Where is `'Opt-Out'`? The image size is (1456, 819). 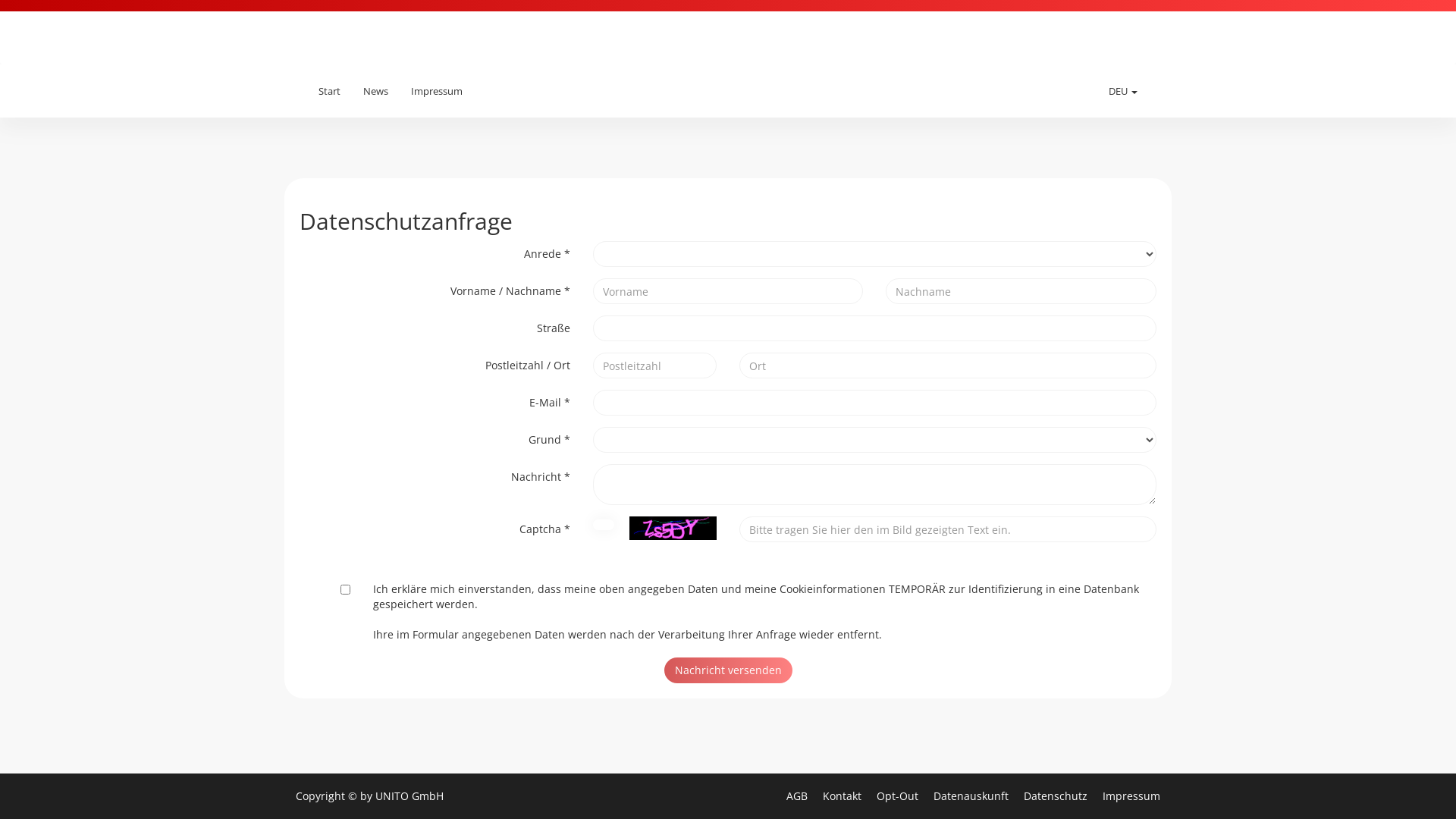
'Opt-Out' is located at coordinates (899, 795).